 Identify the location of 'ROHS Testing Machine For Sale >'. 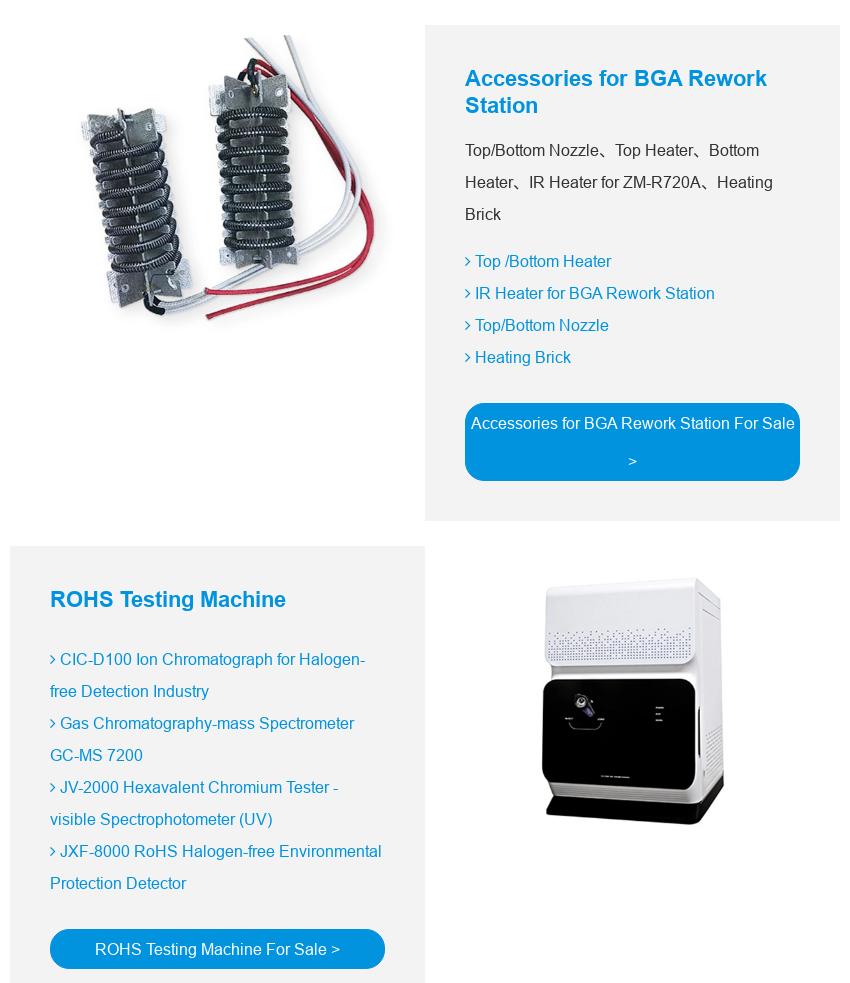
(94, 948).